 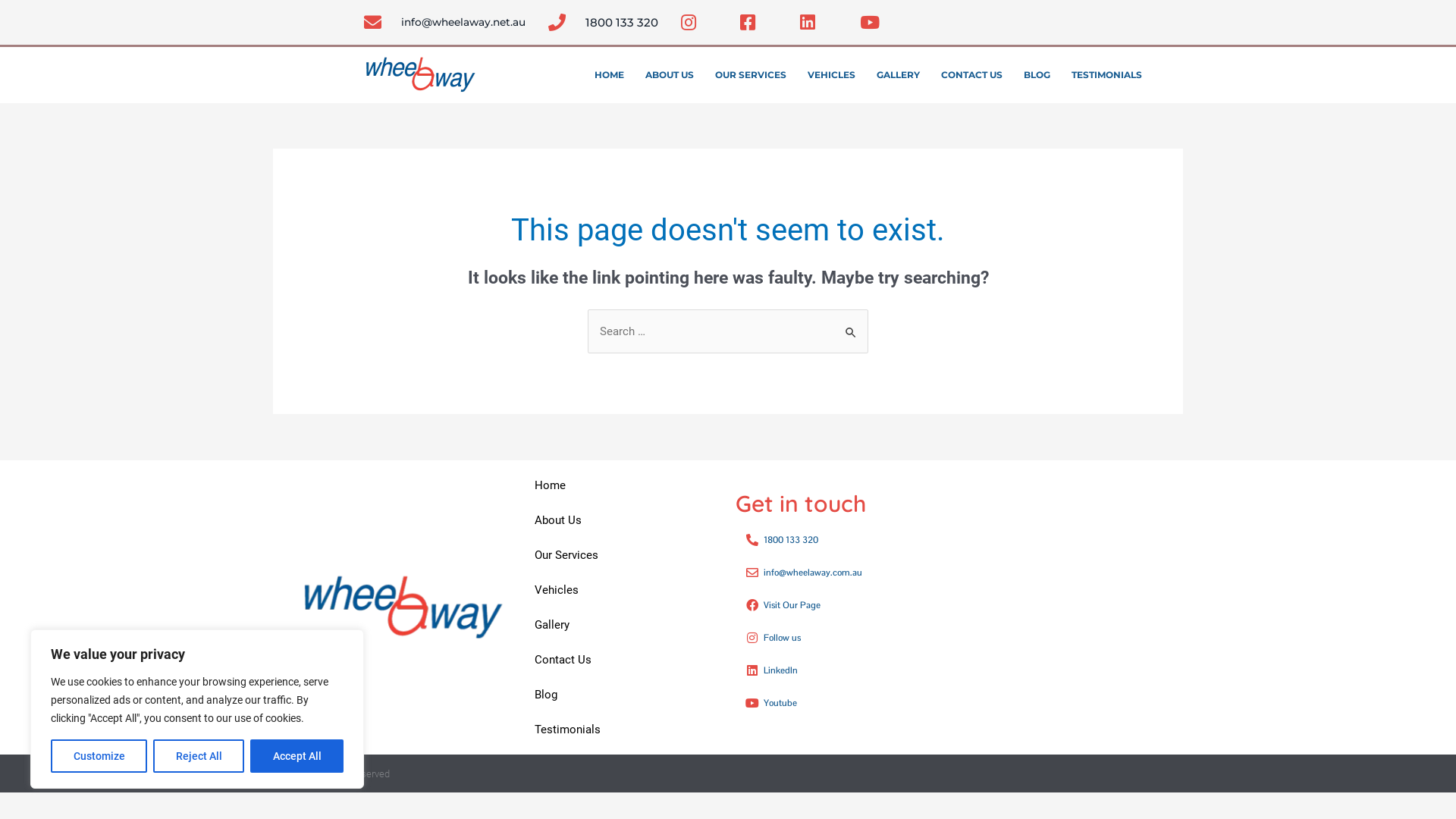 I want to click on 'Pinterest', so click(x=1117, y=773).